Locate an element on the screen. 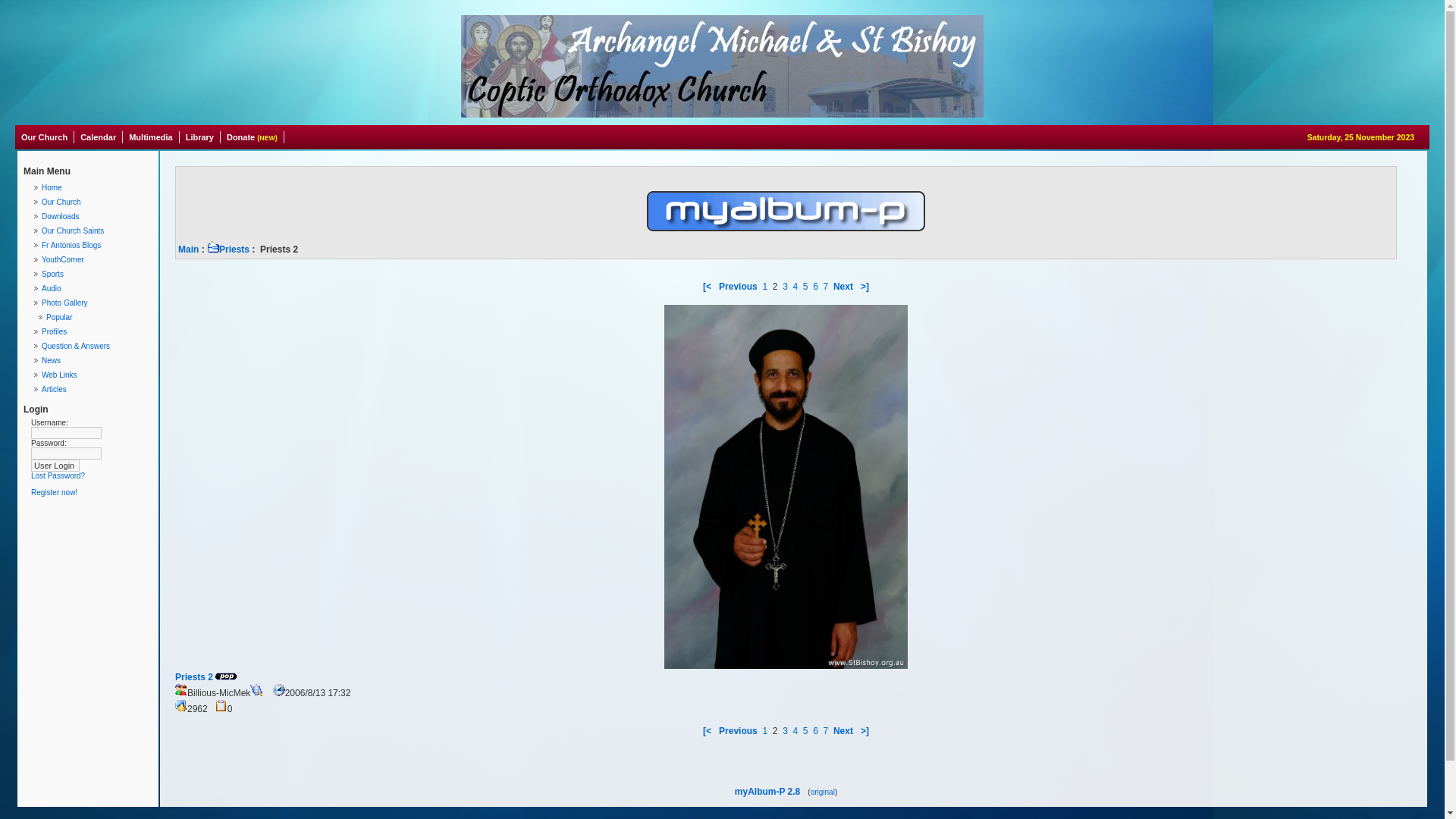 This screenshot has height=819, width=1456. 'Donate (NEW)' is located at coordinates (252, 137).